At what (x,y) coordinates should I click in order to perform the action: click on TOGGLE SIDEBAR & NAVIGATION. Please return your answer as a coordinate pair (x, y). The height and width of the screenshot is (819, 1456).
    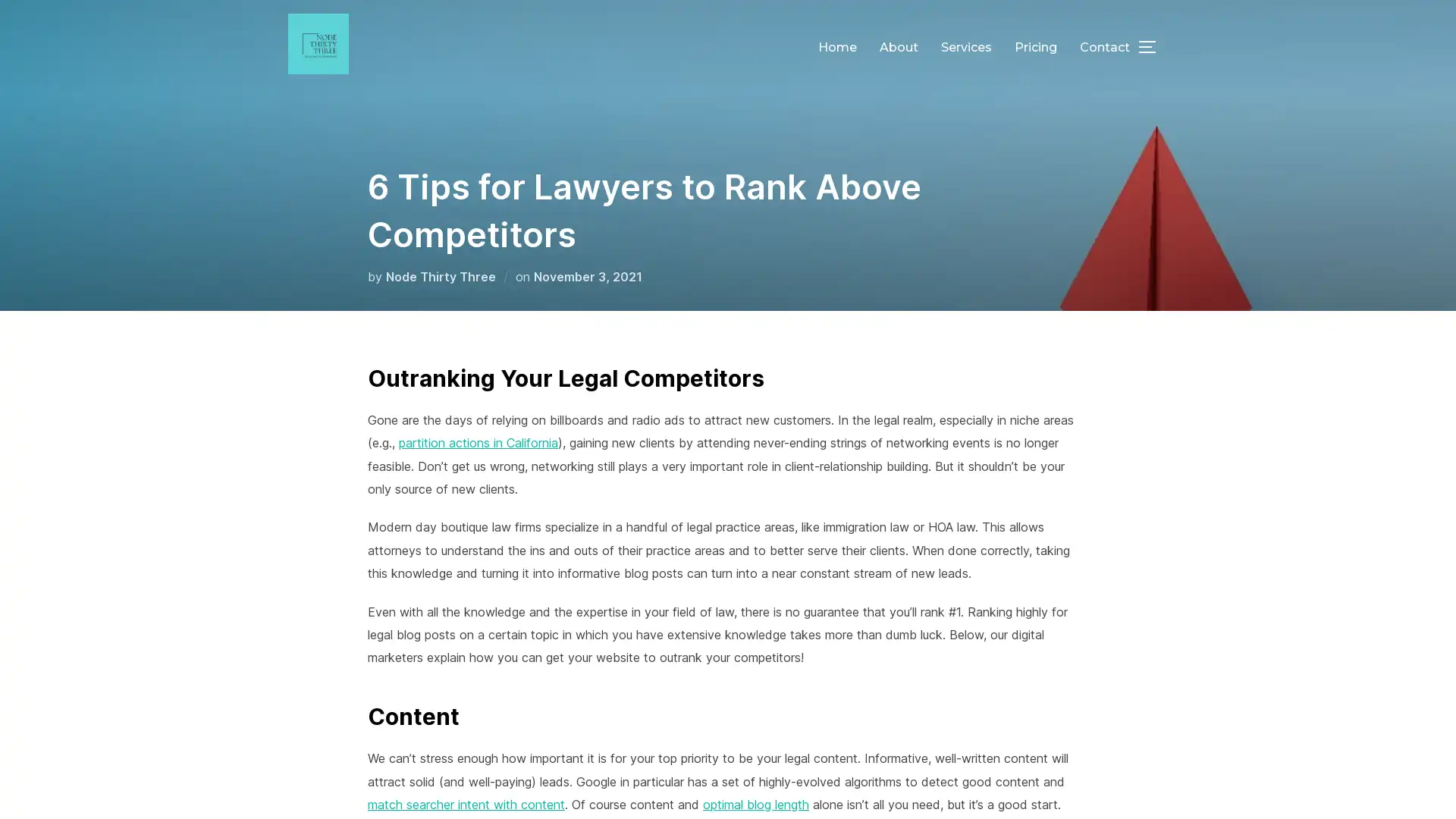
    Looking at the image, I should click on (1153, 45).